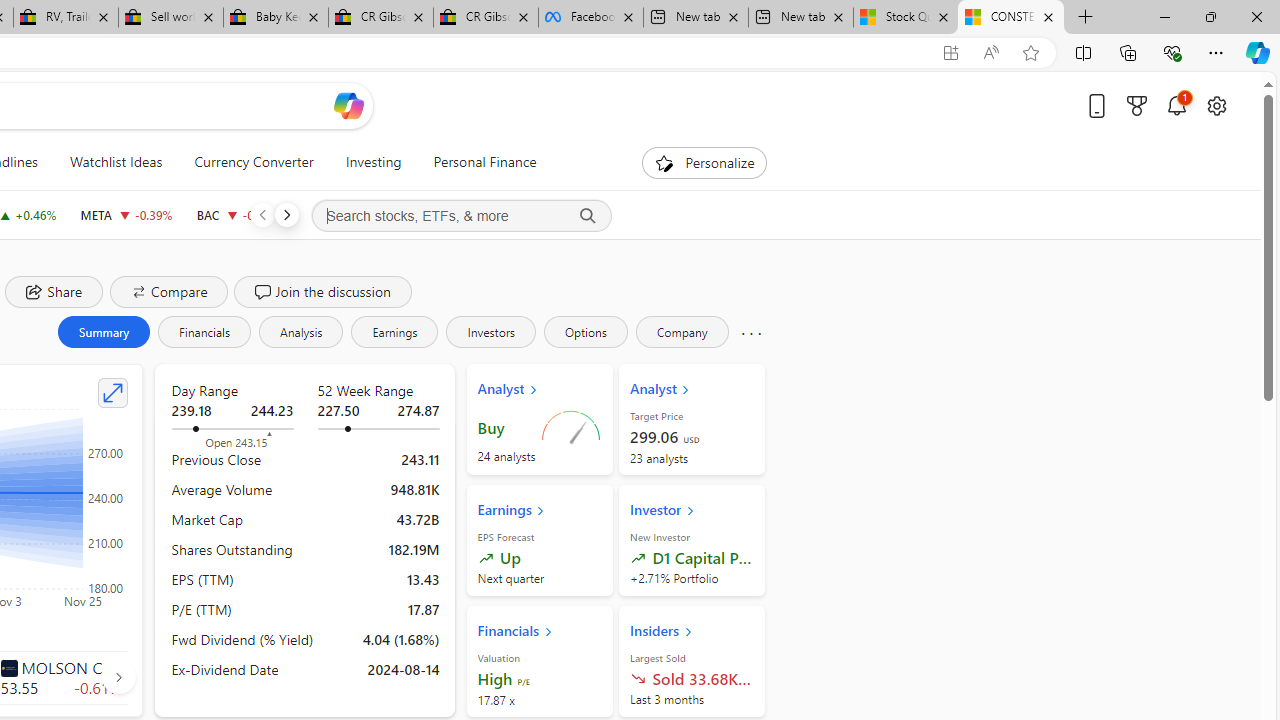 The width and height of the screenshot is (1280, 720). I want to click on 'Previous', so click(261, 214).